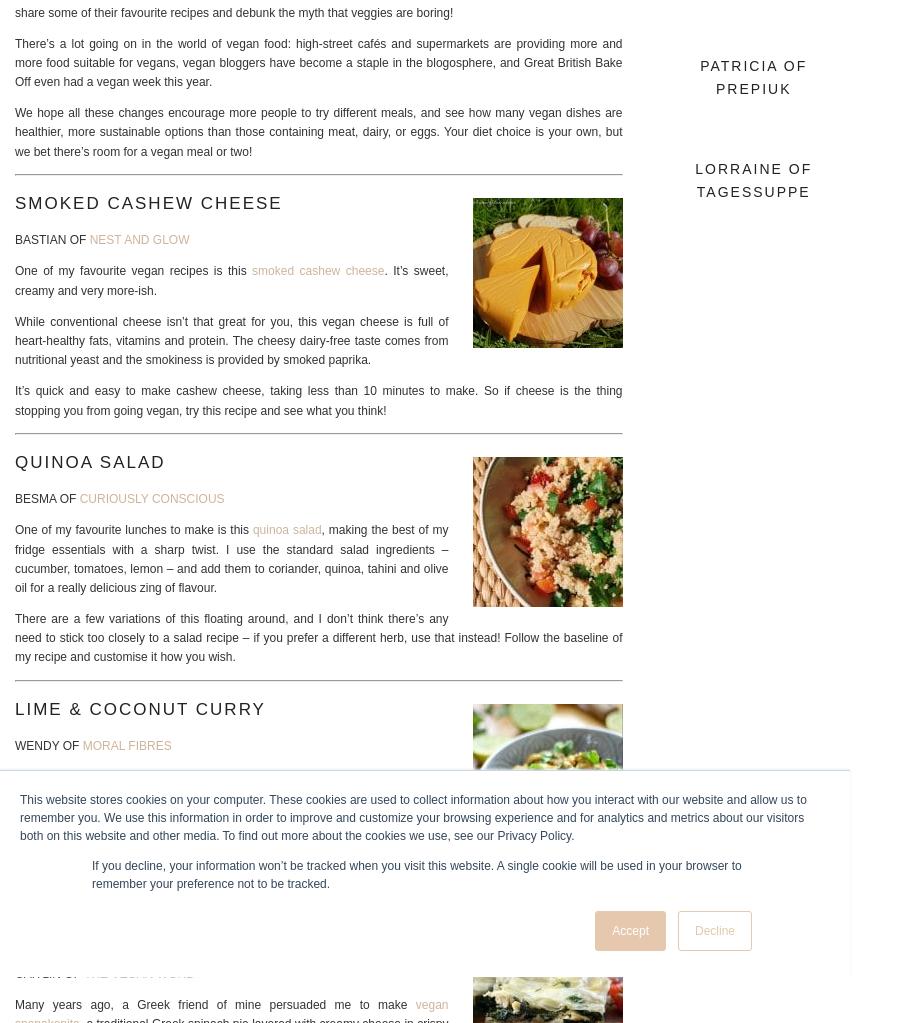  What do you see at coordinates (610, 930) in the screenshot?
I see `'Accept'` at bounding box center [610, 930].